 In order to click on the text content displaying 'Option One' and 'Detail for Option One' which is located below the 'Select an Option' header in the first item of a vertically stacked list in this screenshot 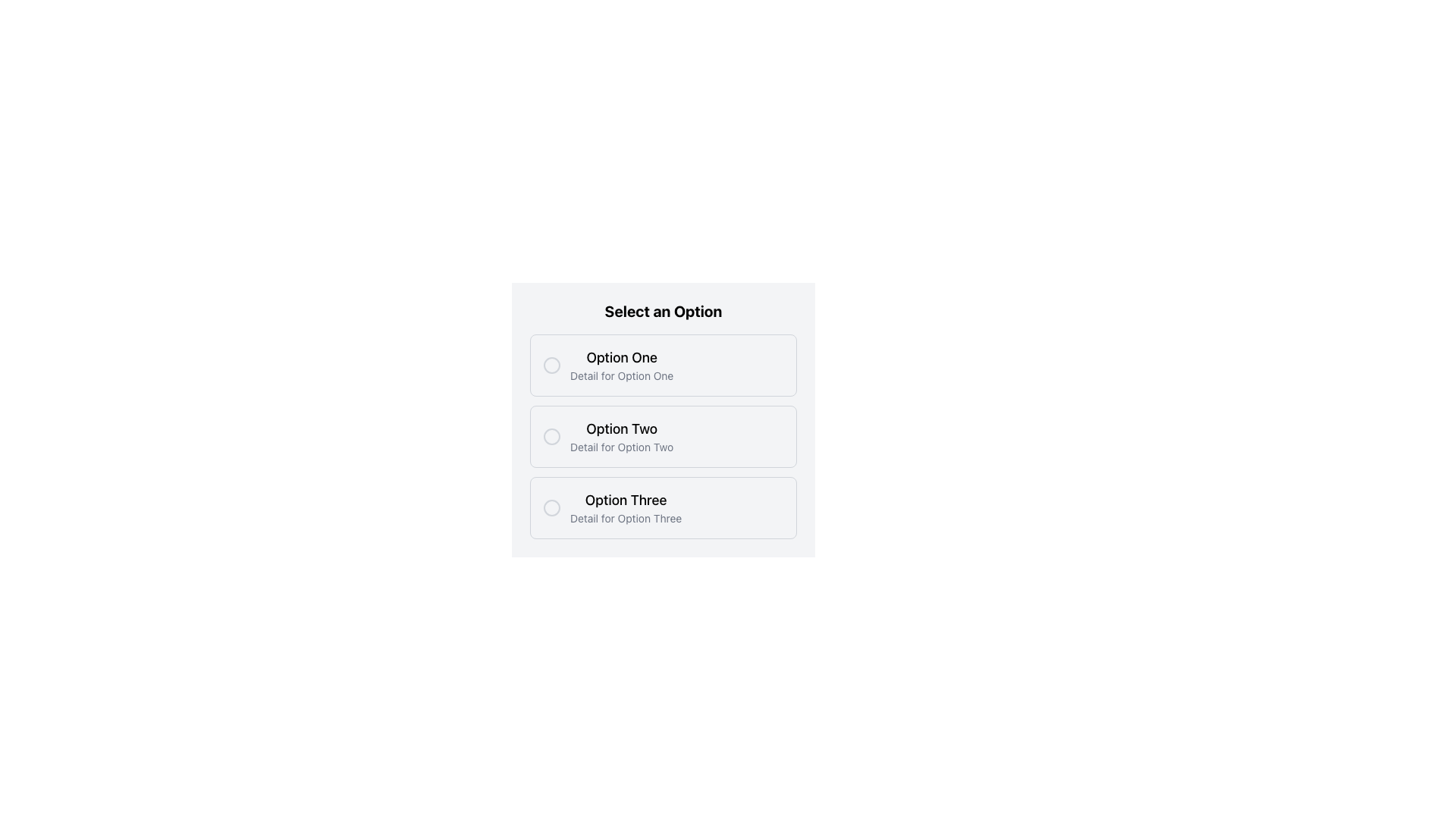, I will do `click(622, 366)`.